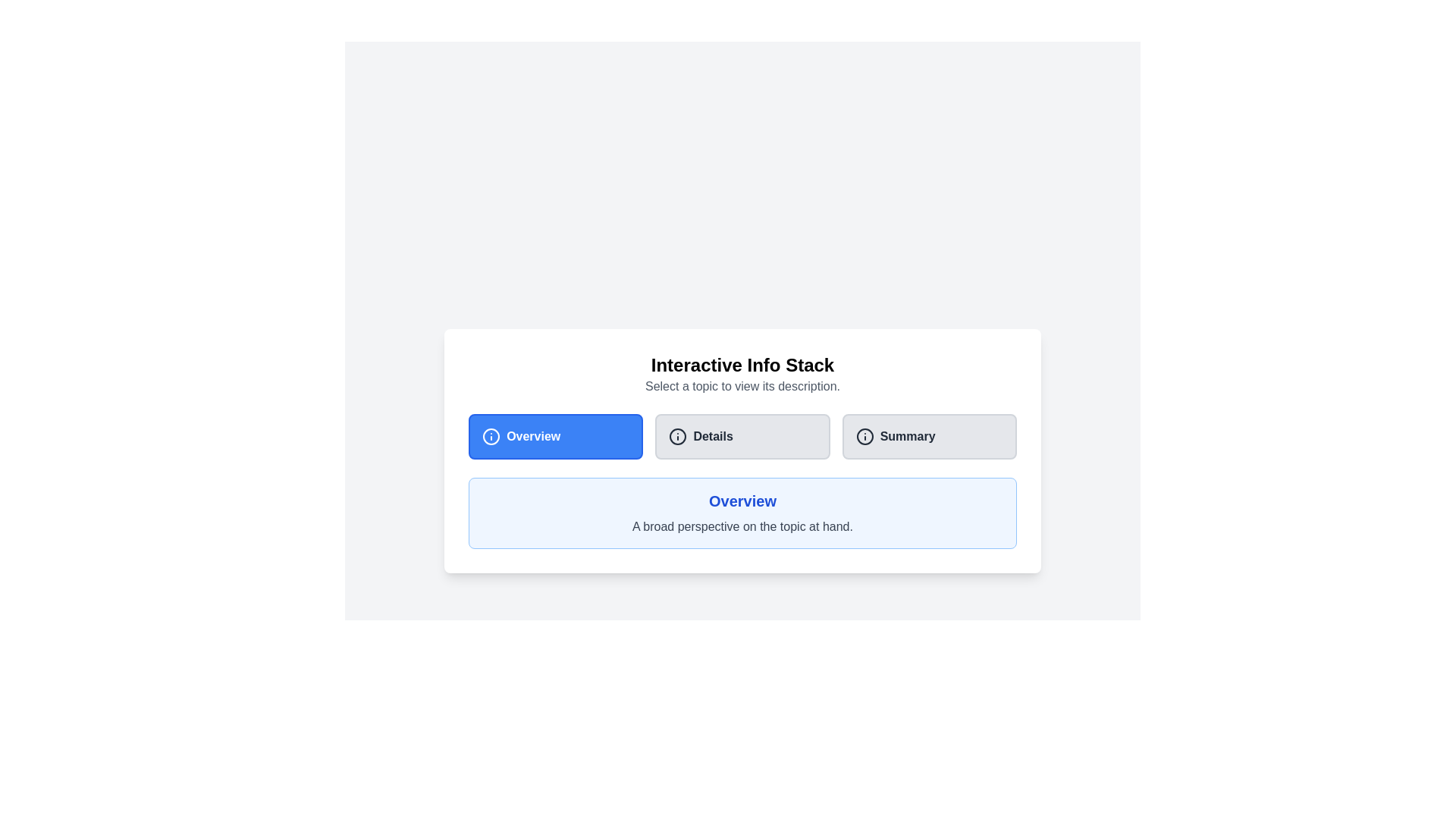  What do you see at coordinates (491, 436) in the screenshot?
I see `the central circular part of the SVG icon located to the left of the 'Details' button in the 'Overview' section` at bounding box center [491, 436].